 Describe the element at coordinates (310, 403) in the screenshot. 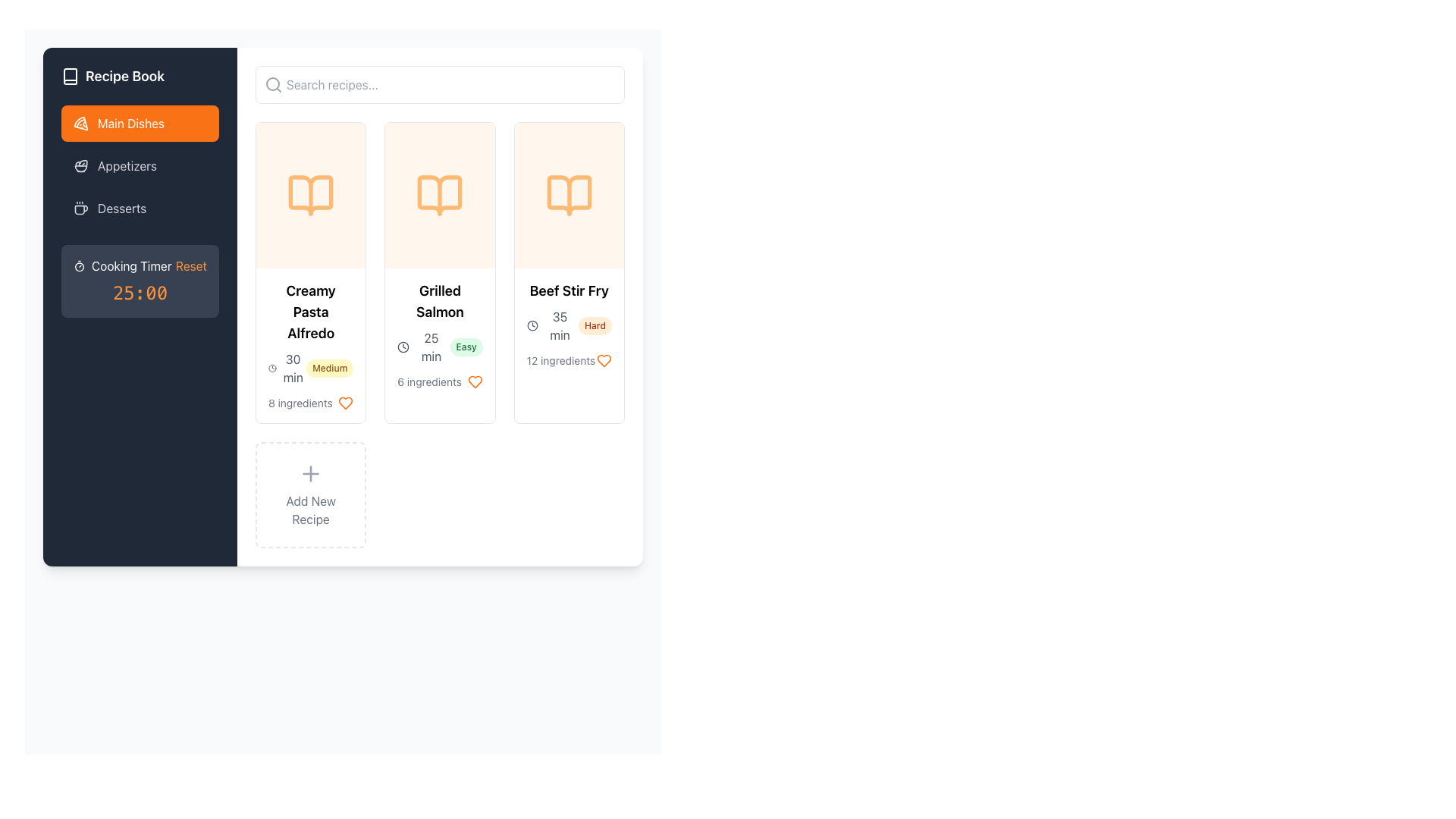

I see `the '8 ingredients' text label in gray font located at the bottom of the recipe card for 'Creamy Pasta Alfredo'` at that location.